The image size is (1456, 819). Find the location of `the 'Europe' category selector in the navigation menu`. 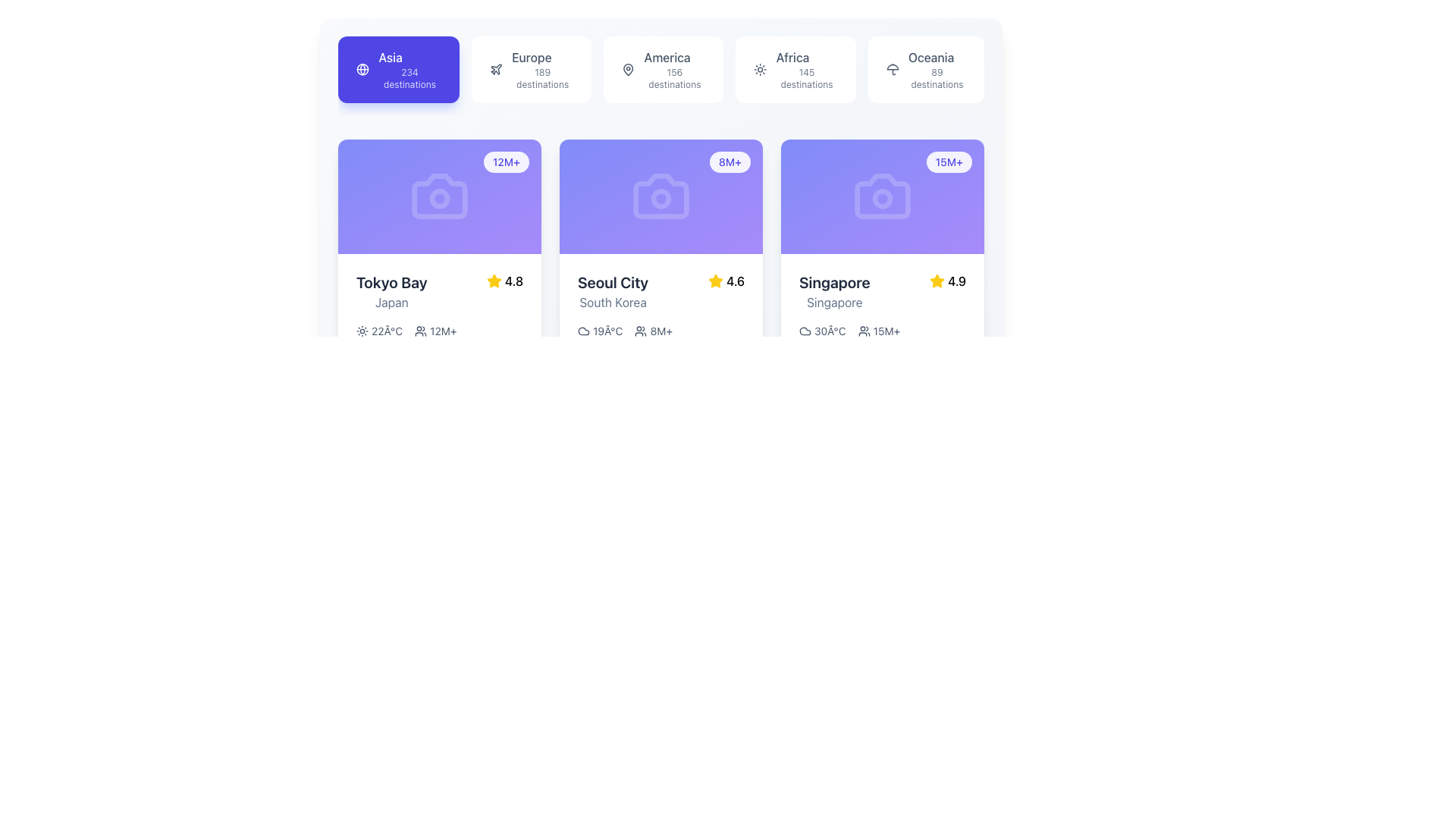

the 'Europe' category selector in the navigation menu is located at coordinates (542, 70).